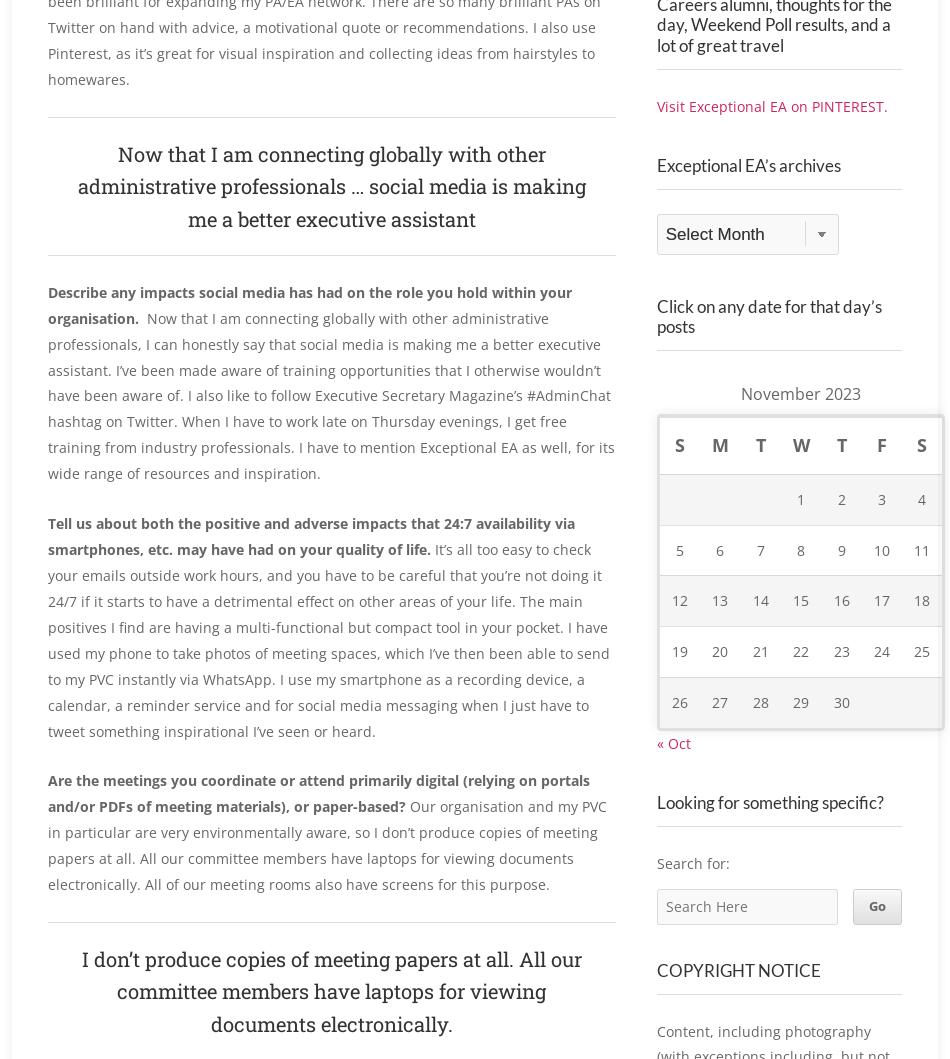  I want to click on '23', so click(831, 696).